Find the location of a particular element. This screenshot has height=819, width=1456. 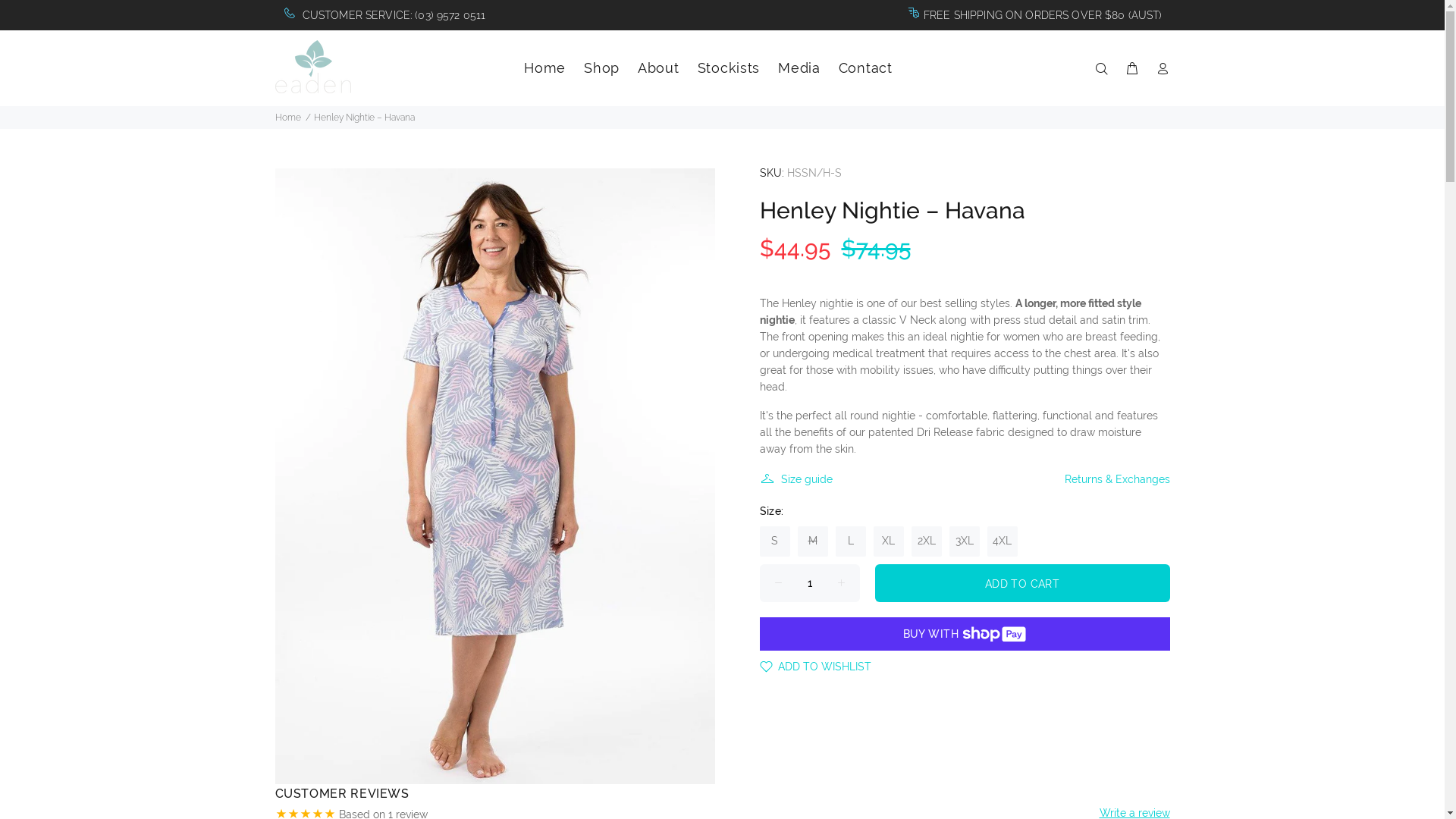

'Contact' is located at coordinates (875, 67).